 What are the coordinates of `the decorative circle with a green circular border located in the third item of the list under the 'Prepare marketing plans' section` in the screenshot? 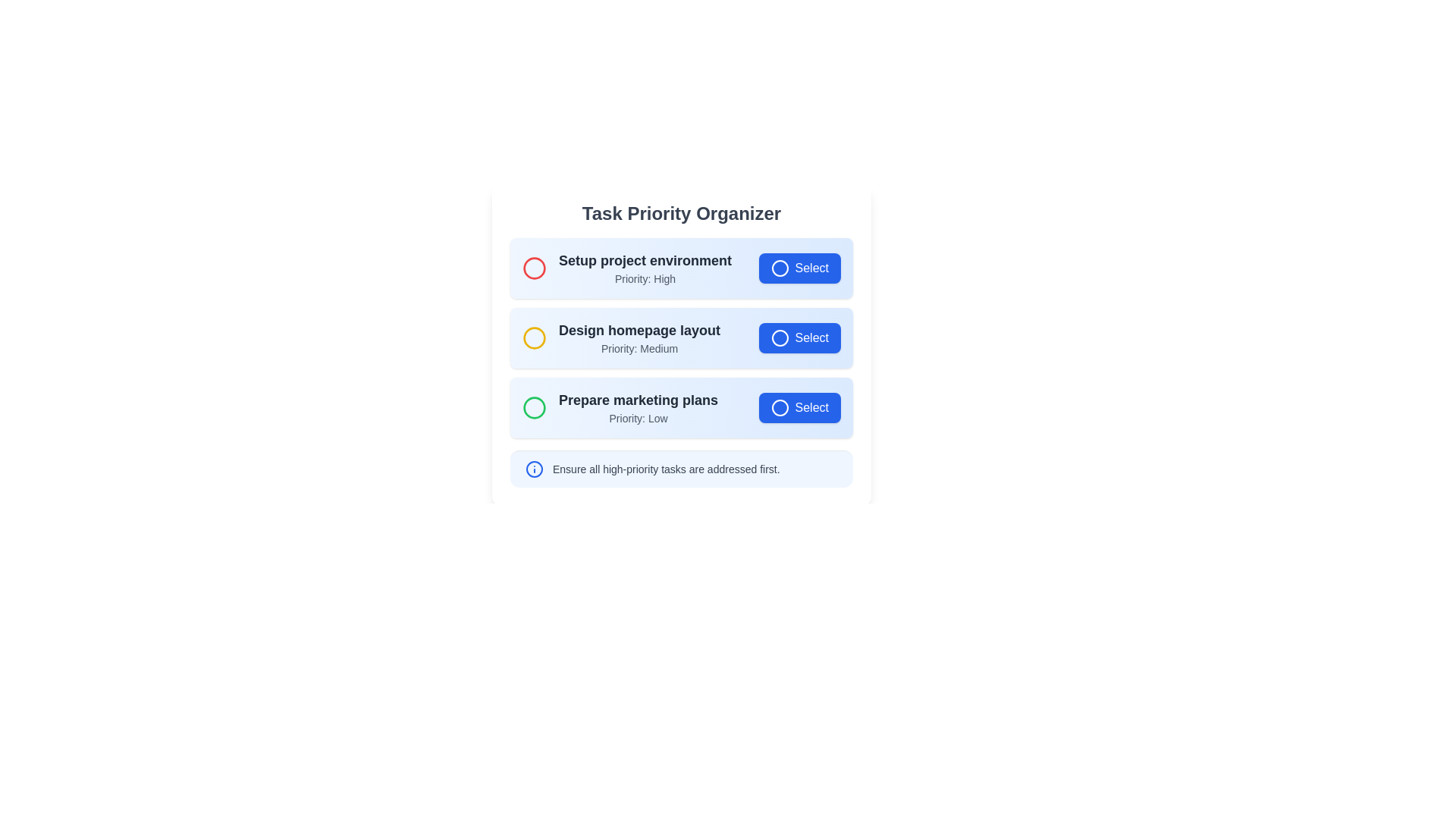 It's located at (535, 406).